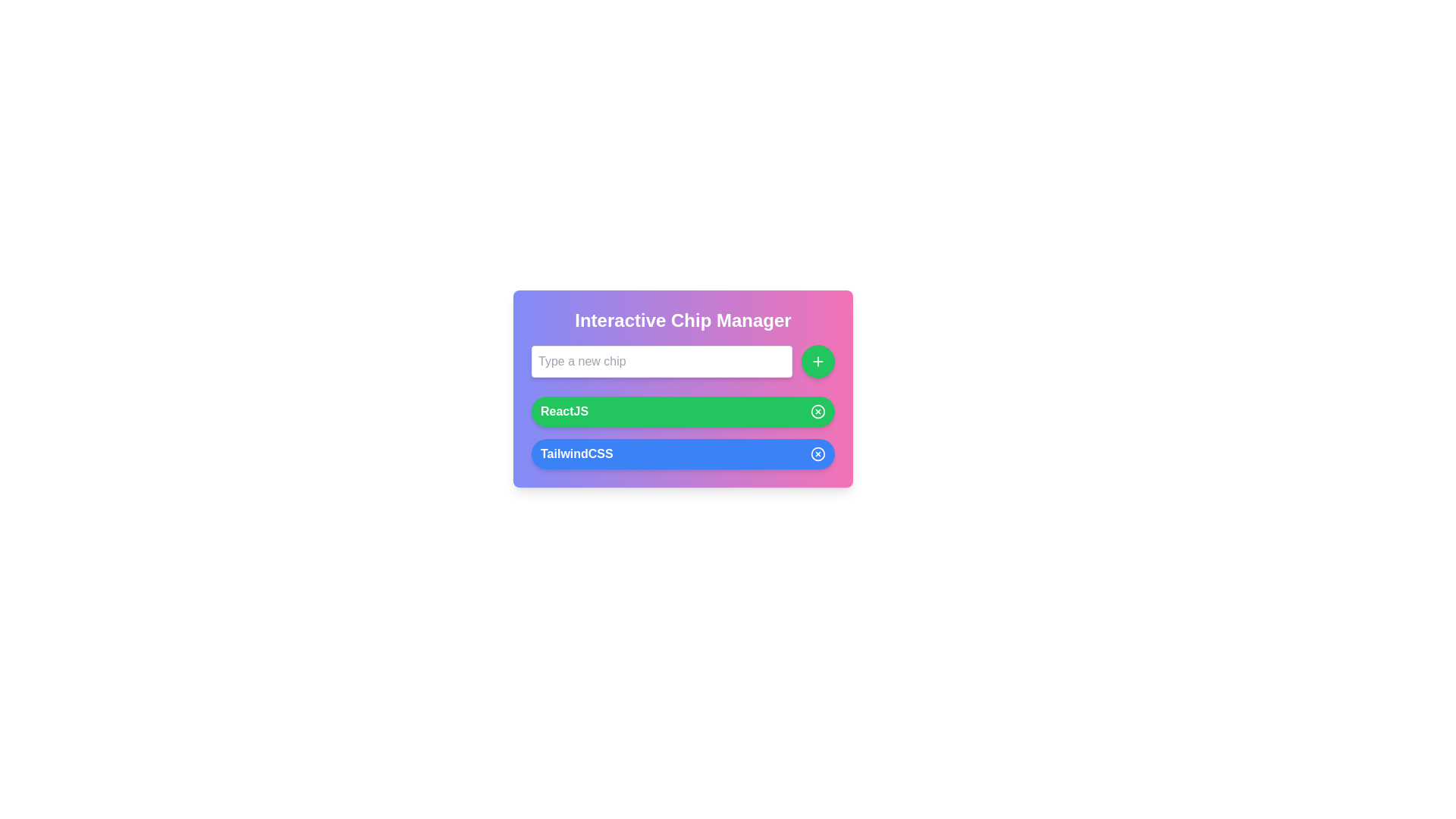 The height and width of the screenshot is (819, 1456). I want to click on the Chip labeled 'ReactJS' which is the first entry in the vertical list of selectable items, so click(682, 412).